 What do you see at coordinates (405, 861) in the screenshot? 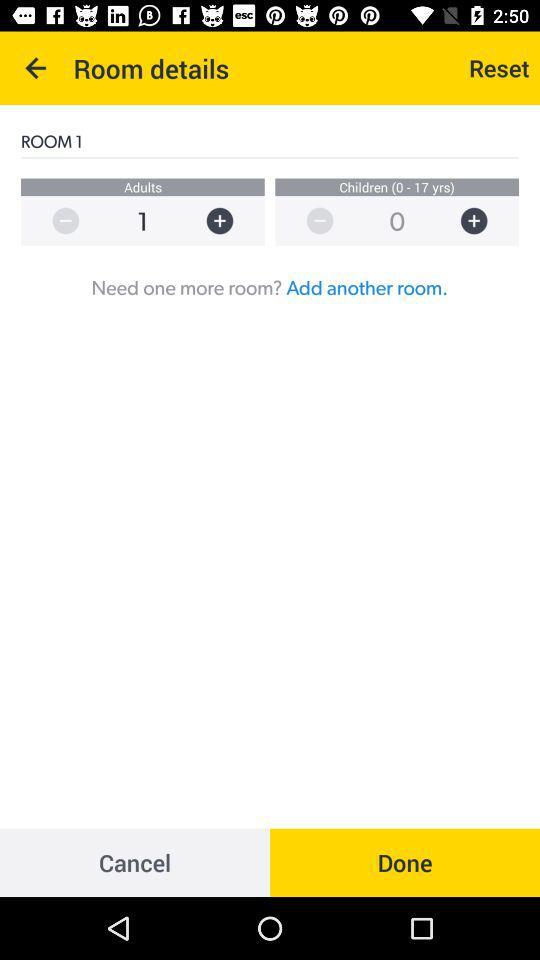
I see `done` at bounding box center [405, 861].